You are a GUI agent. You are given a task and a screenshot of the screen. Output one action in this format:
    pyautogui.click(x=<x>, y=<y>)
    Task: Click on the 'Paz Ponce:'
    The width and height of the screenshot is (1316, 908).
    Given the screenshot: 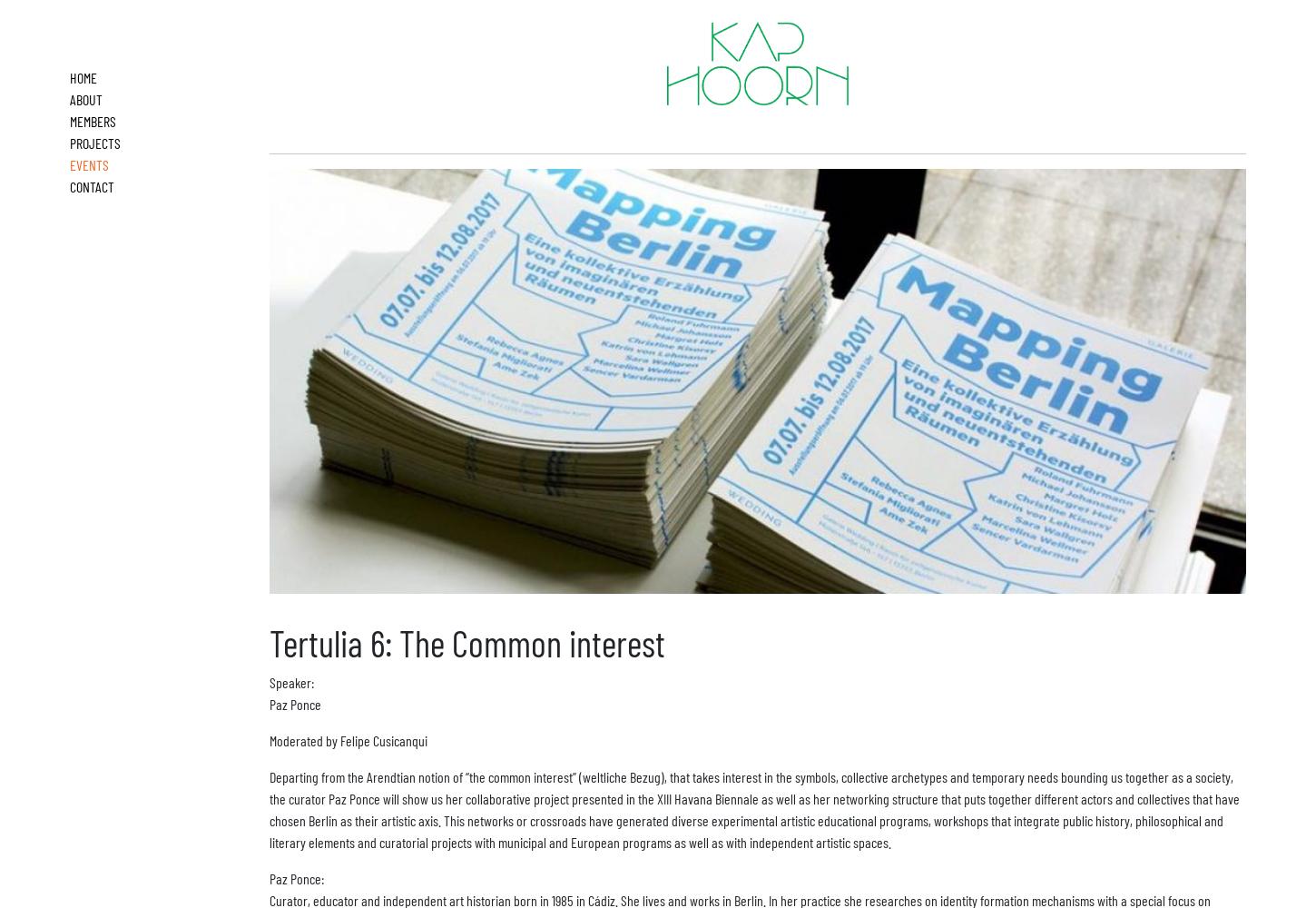 What is the action you would take?
    pyautogui.click(x=296, y=876)
    